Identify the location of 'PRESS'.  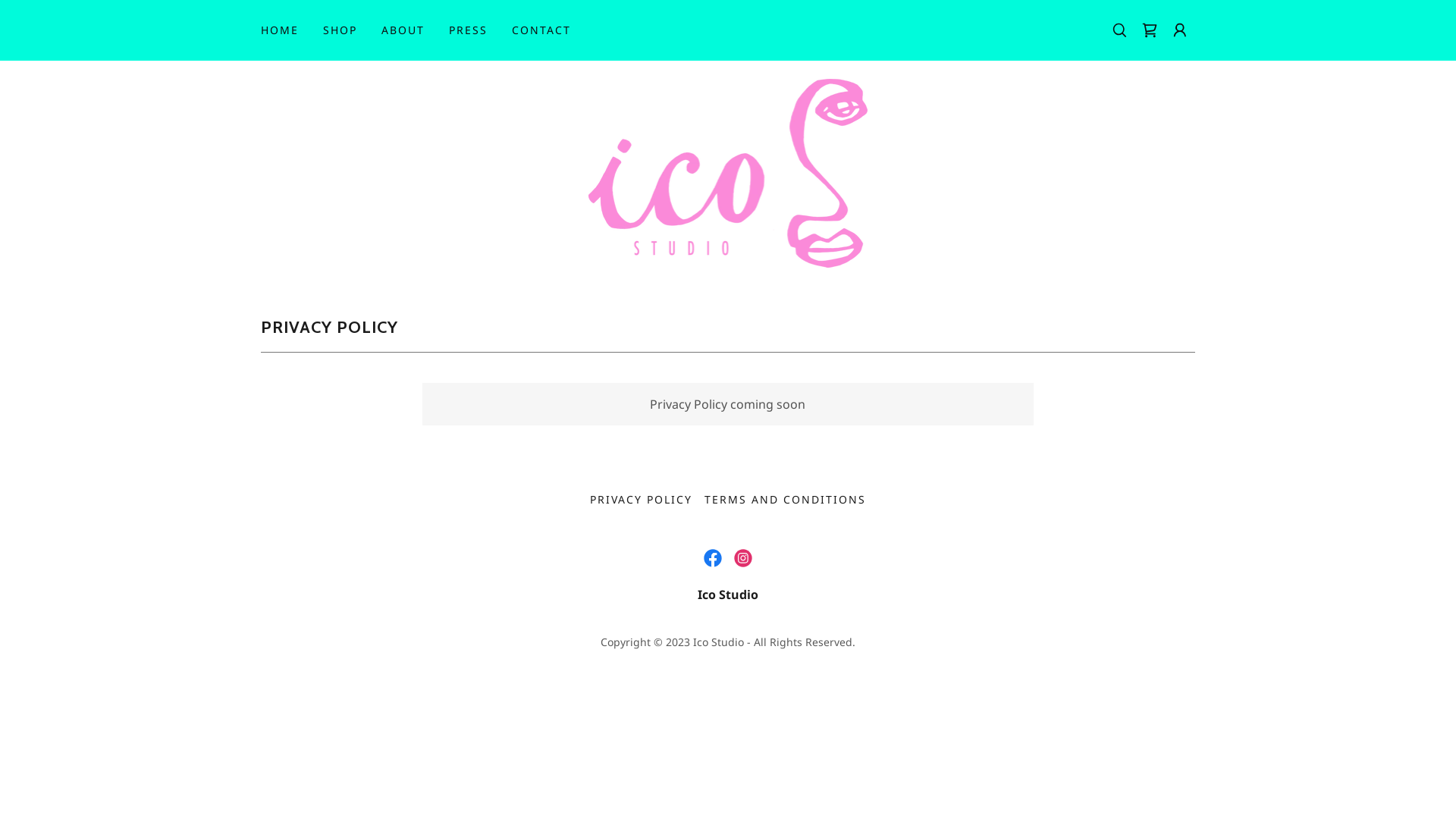
(467, 30).